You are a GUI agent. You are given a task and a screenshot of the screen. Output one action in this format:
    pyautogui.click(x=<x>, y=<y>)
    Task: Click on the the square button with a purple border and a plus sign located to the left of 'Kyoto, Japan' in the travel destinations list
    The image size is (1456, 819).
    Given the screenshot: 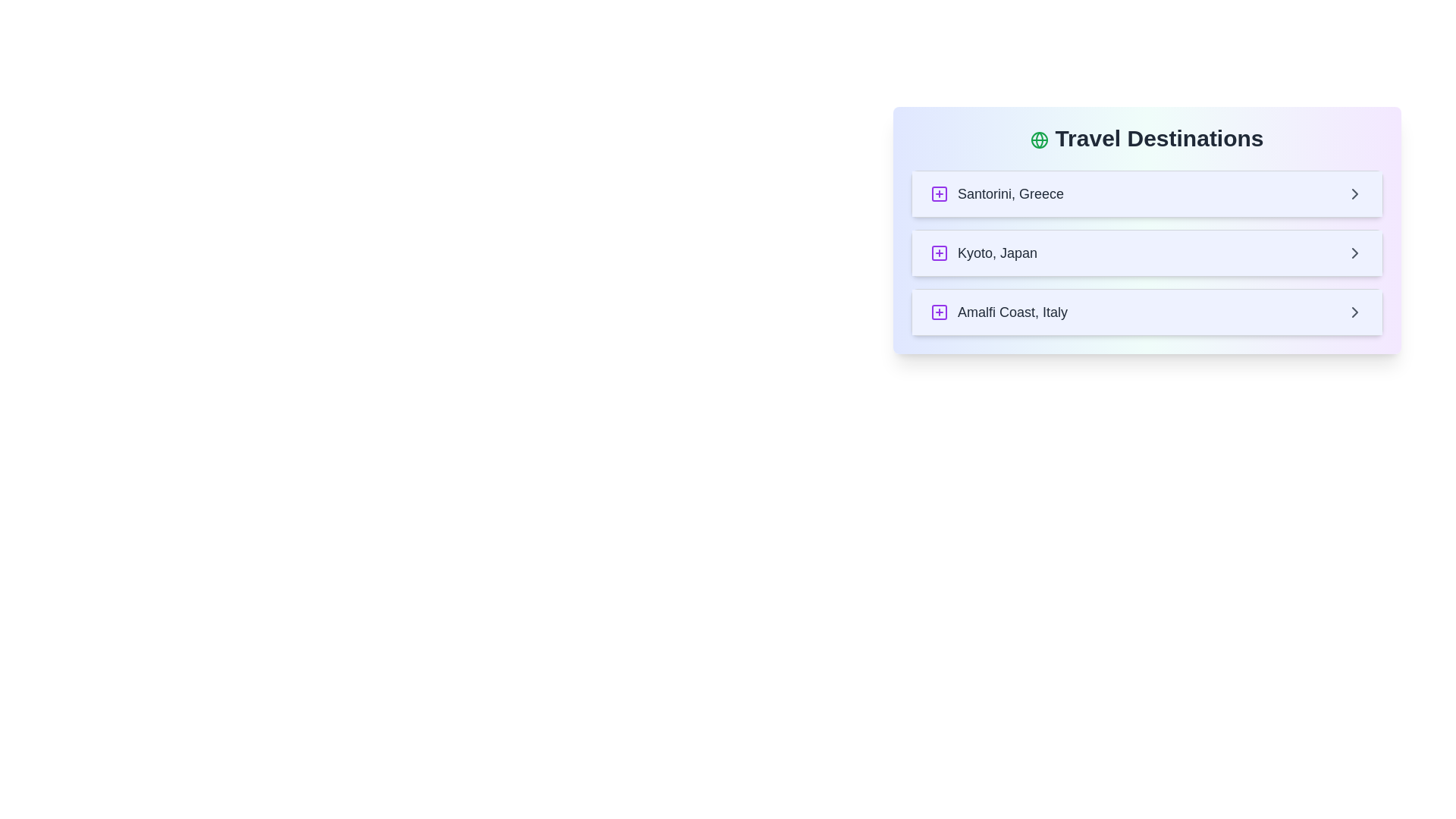 What is the action you would take?
    pyautogui.click(x=938, y=253)
    